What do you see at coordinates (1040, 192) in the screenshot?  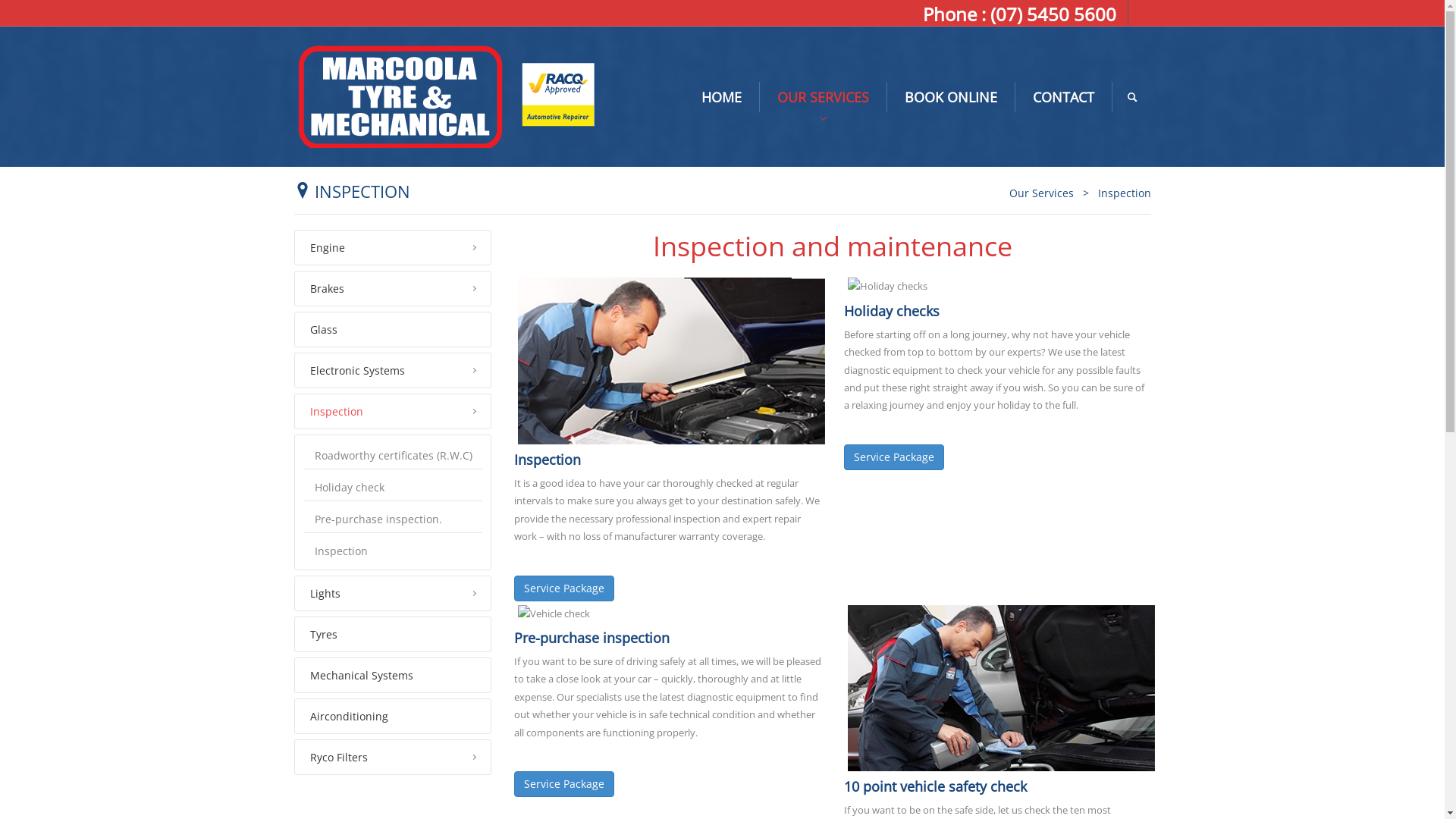 I see `'Our Services'` at bounding box center [1040, 192].